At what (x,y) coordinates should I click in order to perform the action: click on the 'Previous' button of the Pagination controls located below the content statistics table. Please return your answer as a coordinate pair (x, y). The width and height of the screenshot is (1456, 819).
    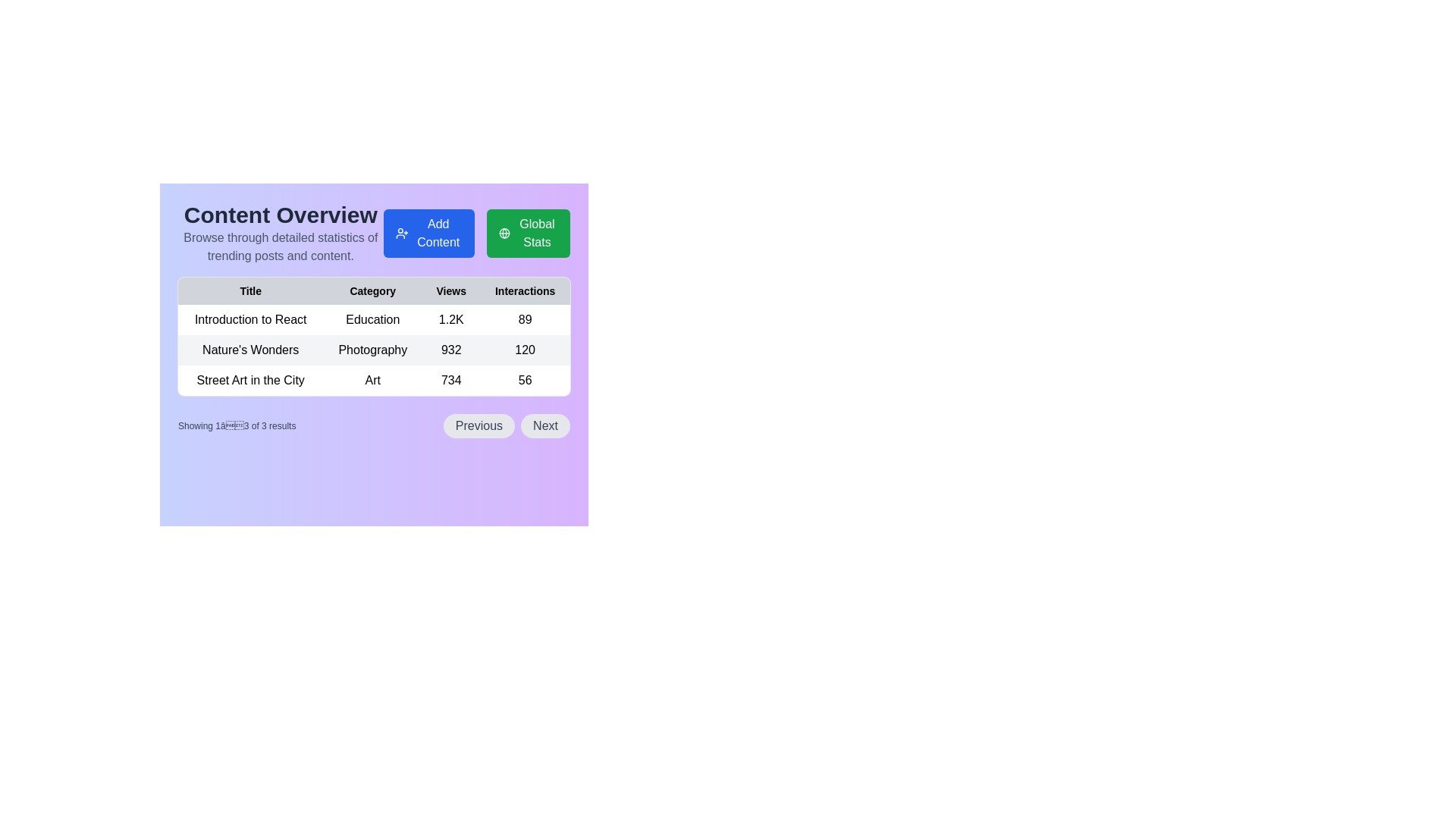
    Looking at the image, I should click on (374, 426).